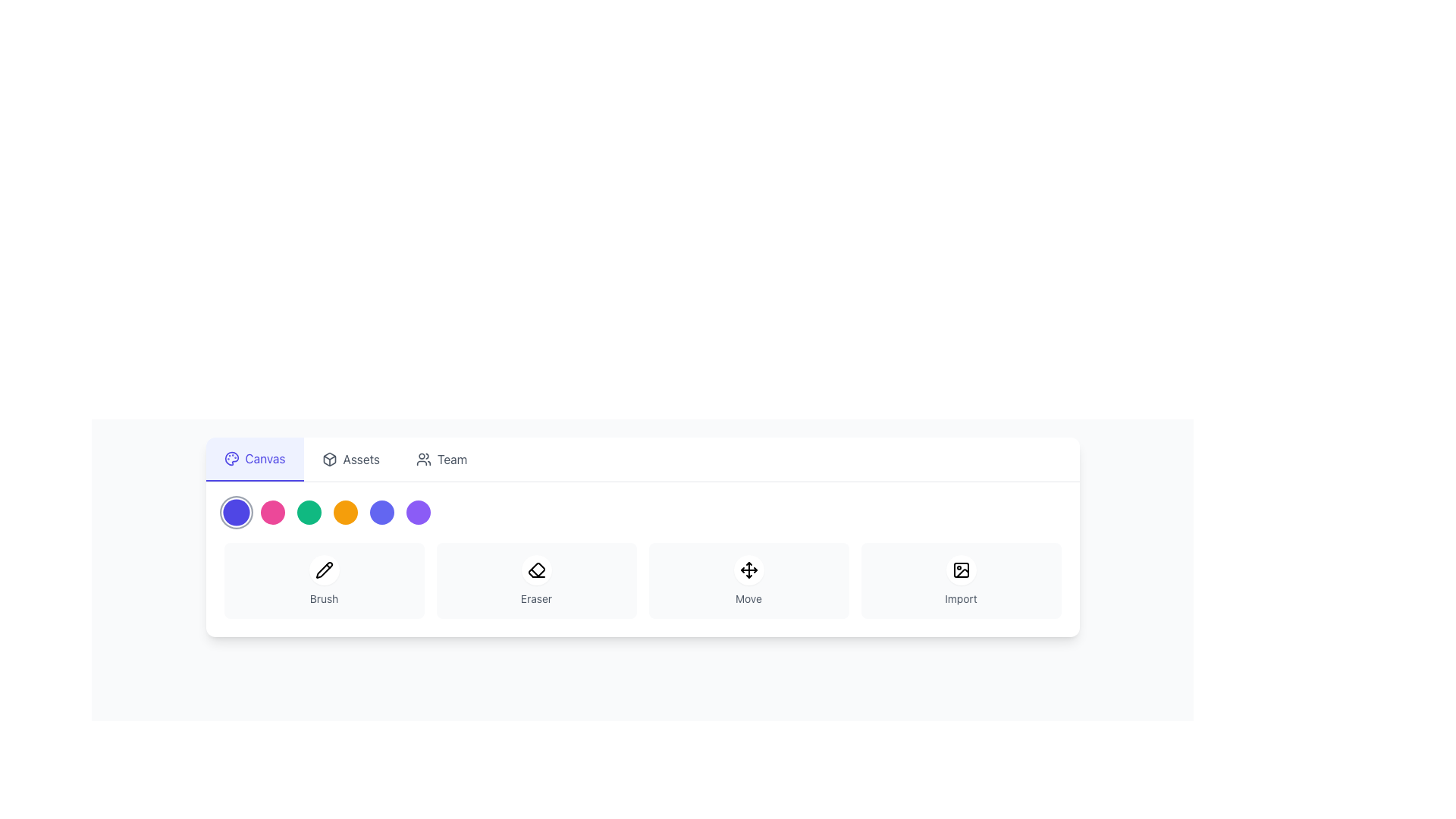 This screenshot has height=819, width=1456. I want to click on the first circular button with a blue fill and gray border, styled with a glowing effect, so click(235, 512).